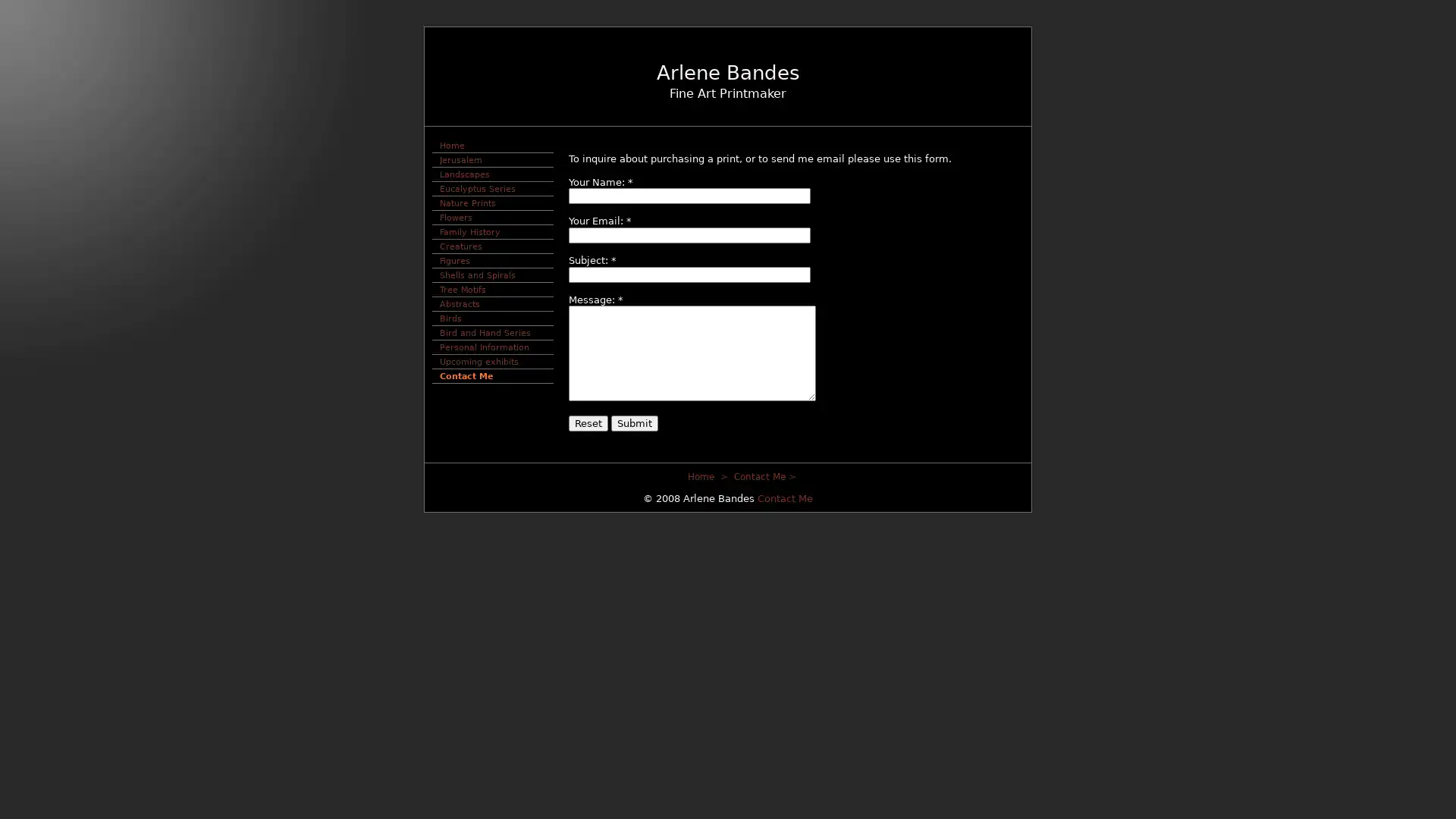 The width and height of the screenshot is (1456, 819). Describe the element at coordinates (588, 422) in the screenshot. I see `Reset` at that location.